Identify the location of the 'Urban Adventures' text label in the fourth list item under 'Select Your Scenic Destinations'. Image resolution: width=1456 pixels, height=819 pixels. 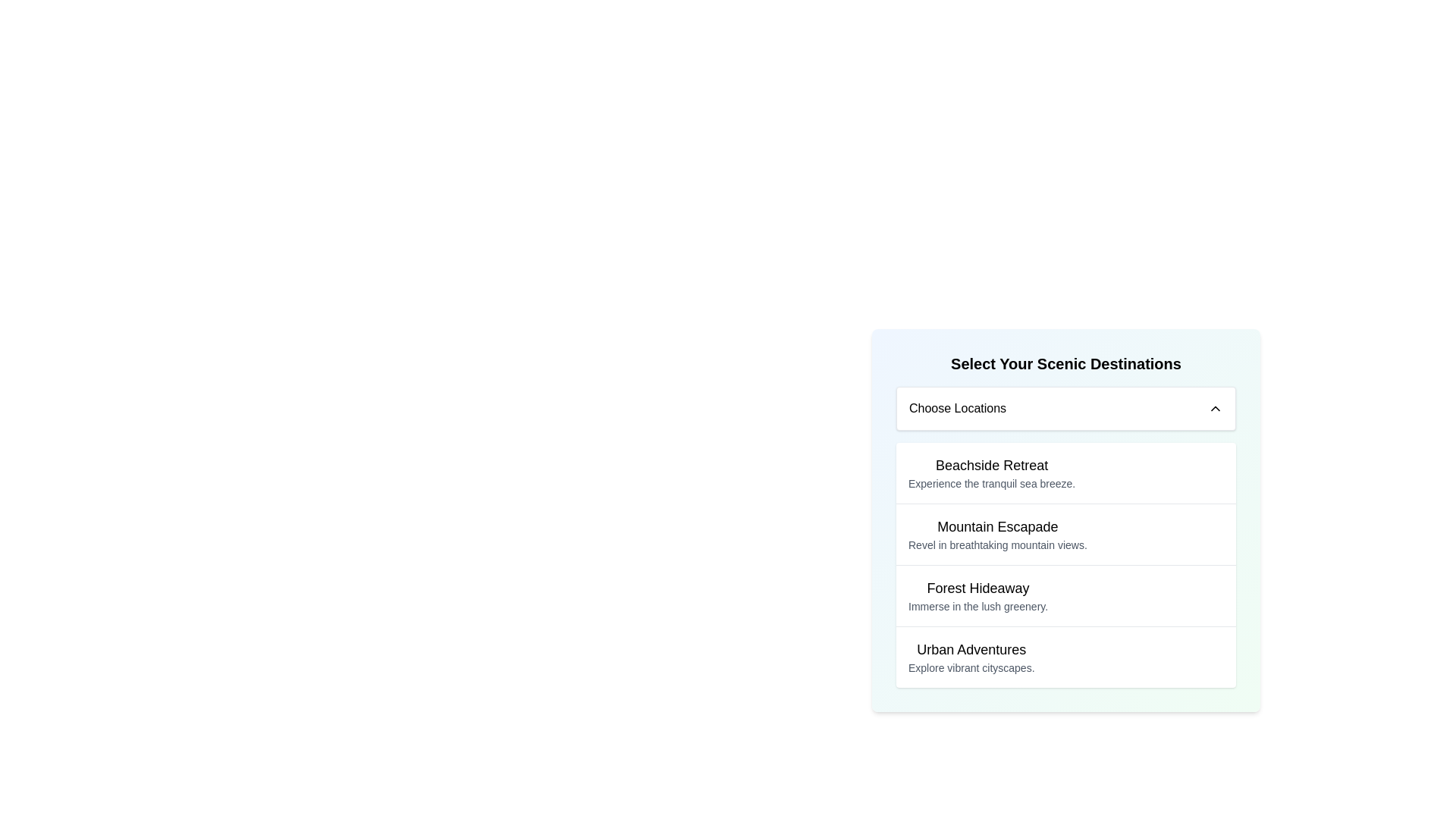
(971, 648).